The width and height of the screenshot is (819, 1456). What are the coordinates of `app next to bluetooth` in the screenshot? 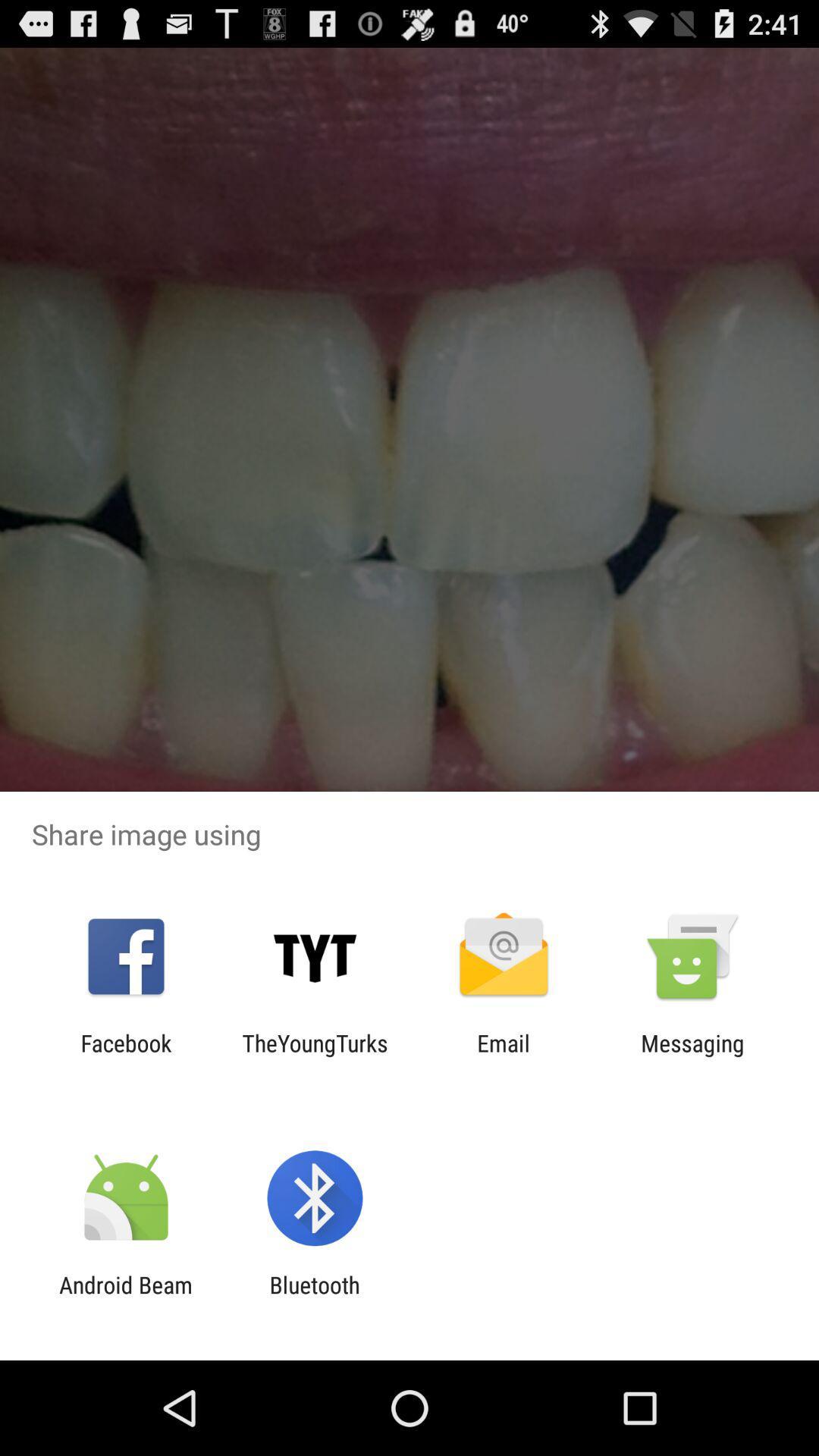 It's located at (125, 1298).